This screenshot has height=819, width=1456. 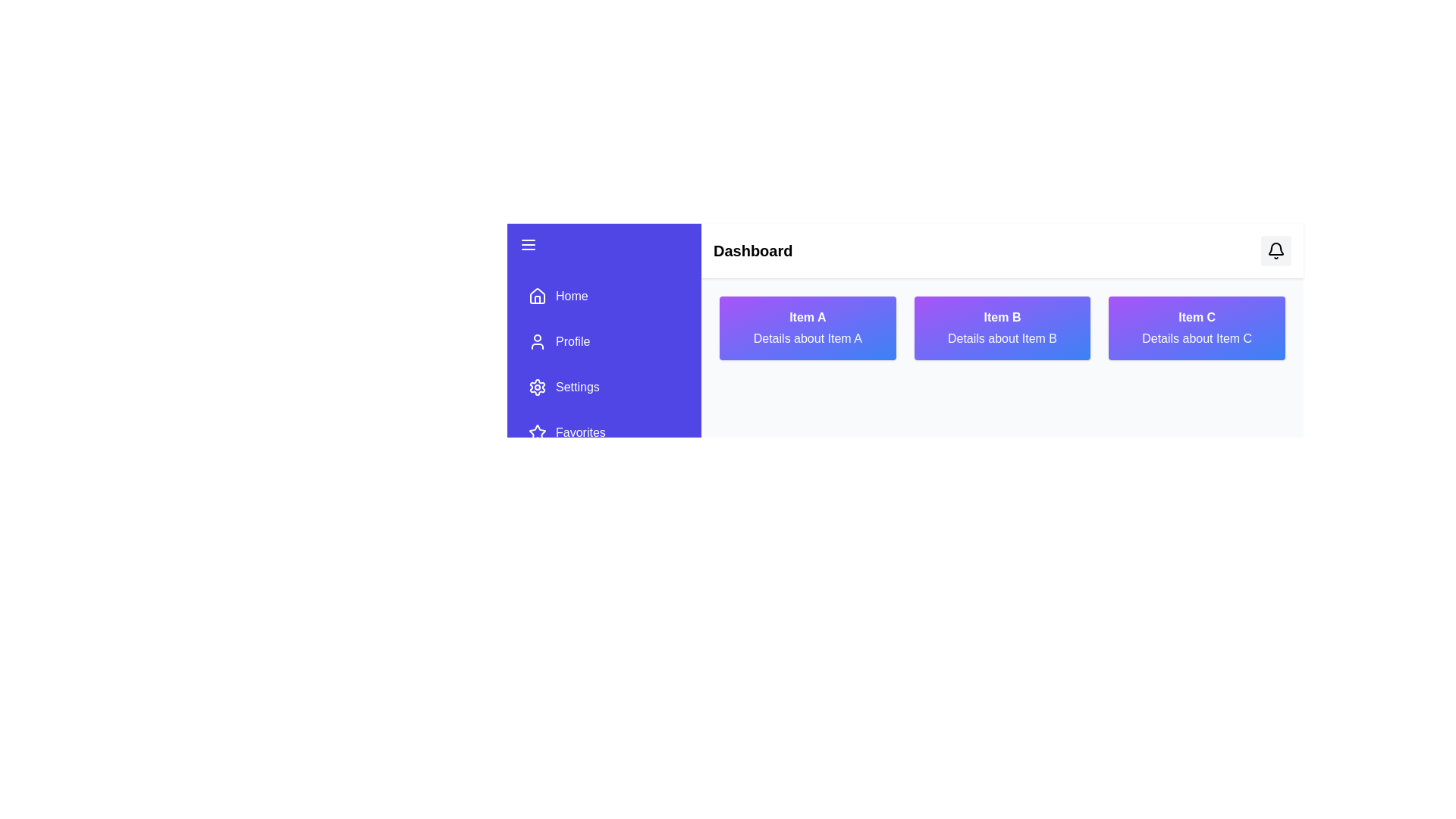 I want to click on the 'Settings' icon located in the left sidebar menu, positioned between the 'Profile' icon and 'Favorites' icon, so click(x=538, y=386).